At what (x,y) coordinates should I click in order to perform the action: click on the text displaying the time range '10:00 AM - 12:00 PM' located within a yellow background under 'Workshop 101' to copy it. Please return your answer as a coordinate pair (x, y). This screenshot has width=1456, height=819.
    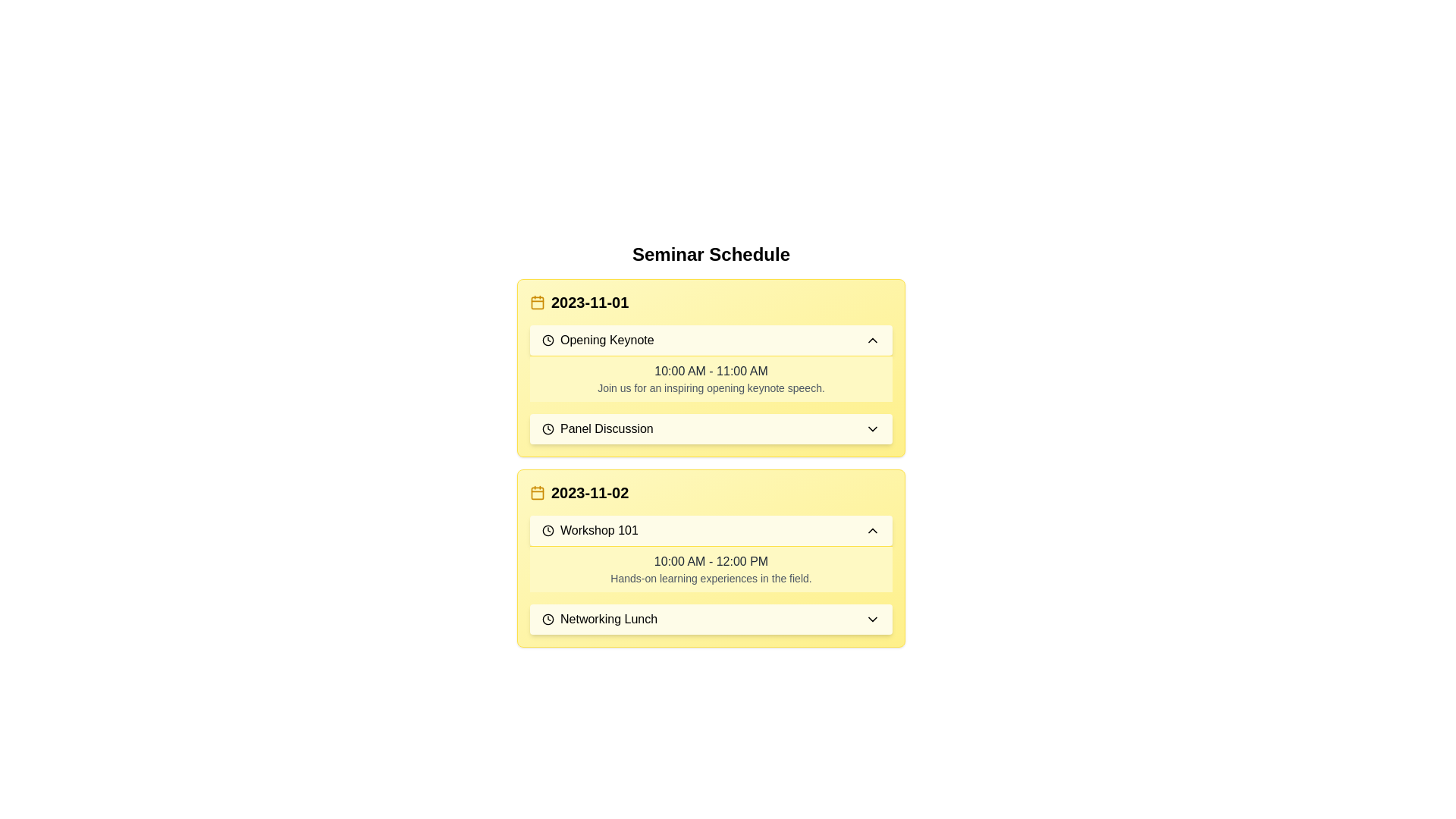
    Looking at the image, I should click on (710, 561).